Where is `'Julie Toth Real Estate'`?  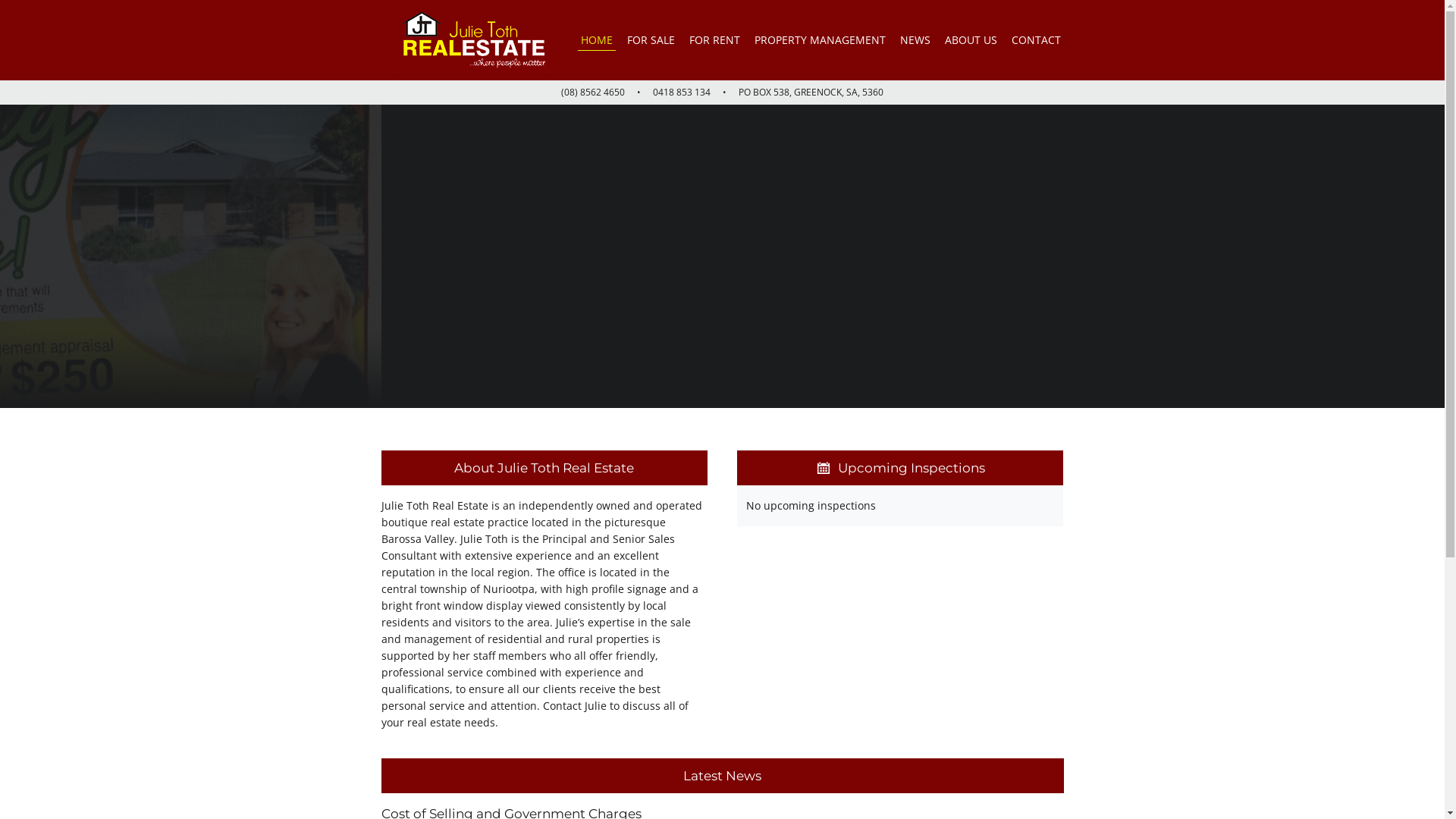
'Julie Toth Real Estate' is located at coordinates (472, 39).